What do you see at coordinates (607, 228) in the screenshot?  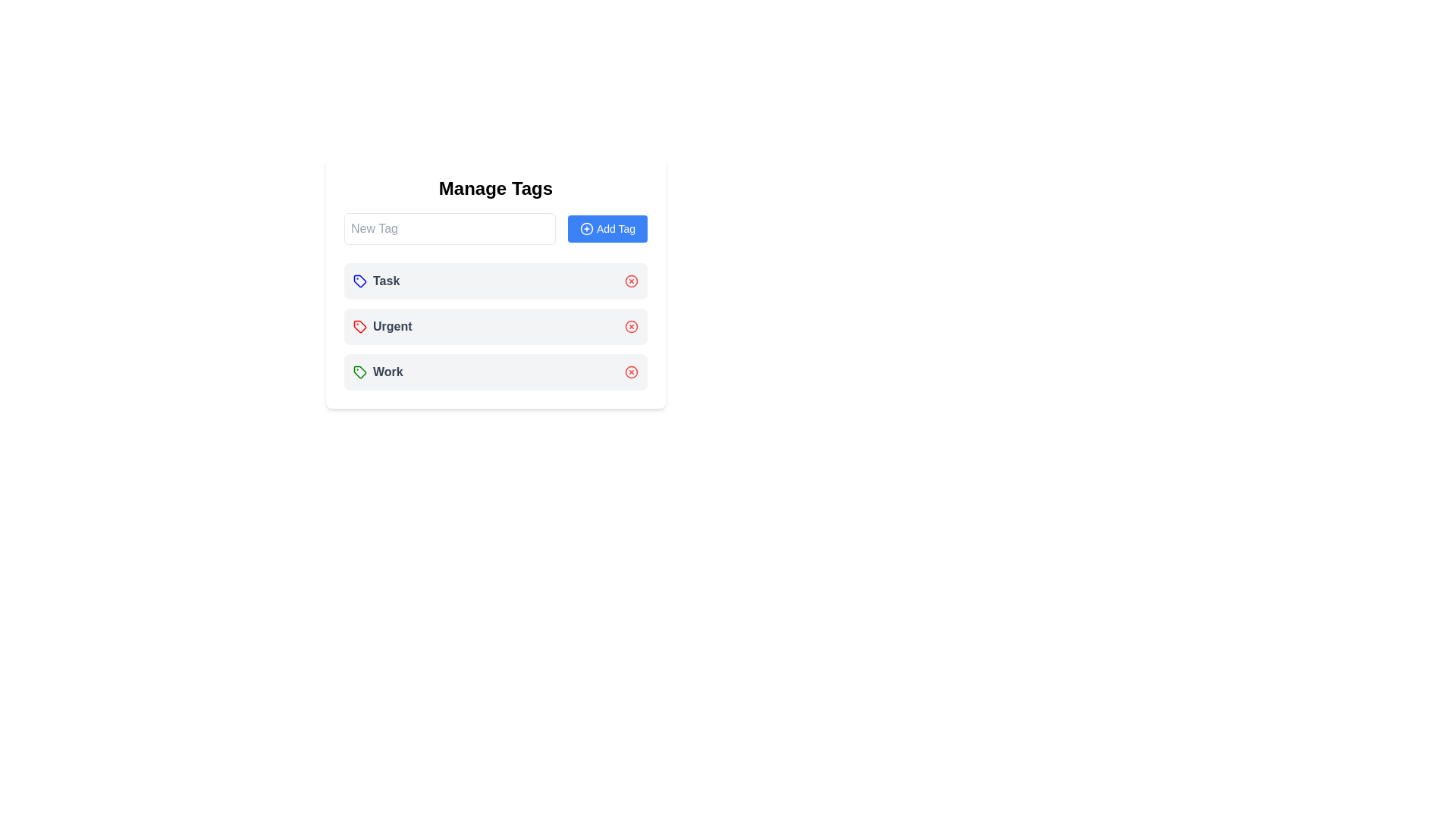 I see `the actionable button that adds a new tag to the list, located on the right side of the input field labeled 'New Tag', below the title 'Manage Tags'` at bounding box center [607, 228].